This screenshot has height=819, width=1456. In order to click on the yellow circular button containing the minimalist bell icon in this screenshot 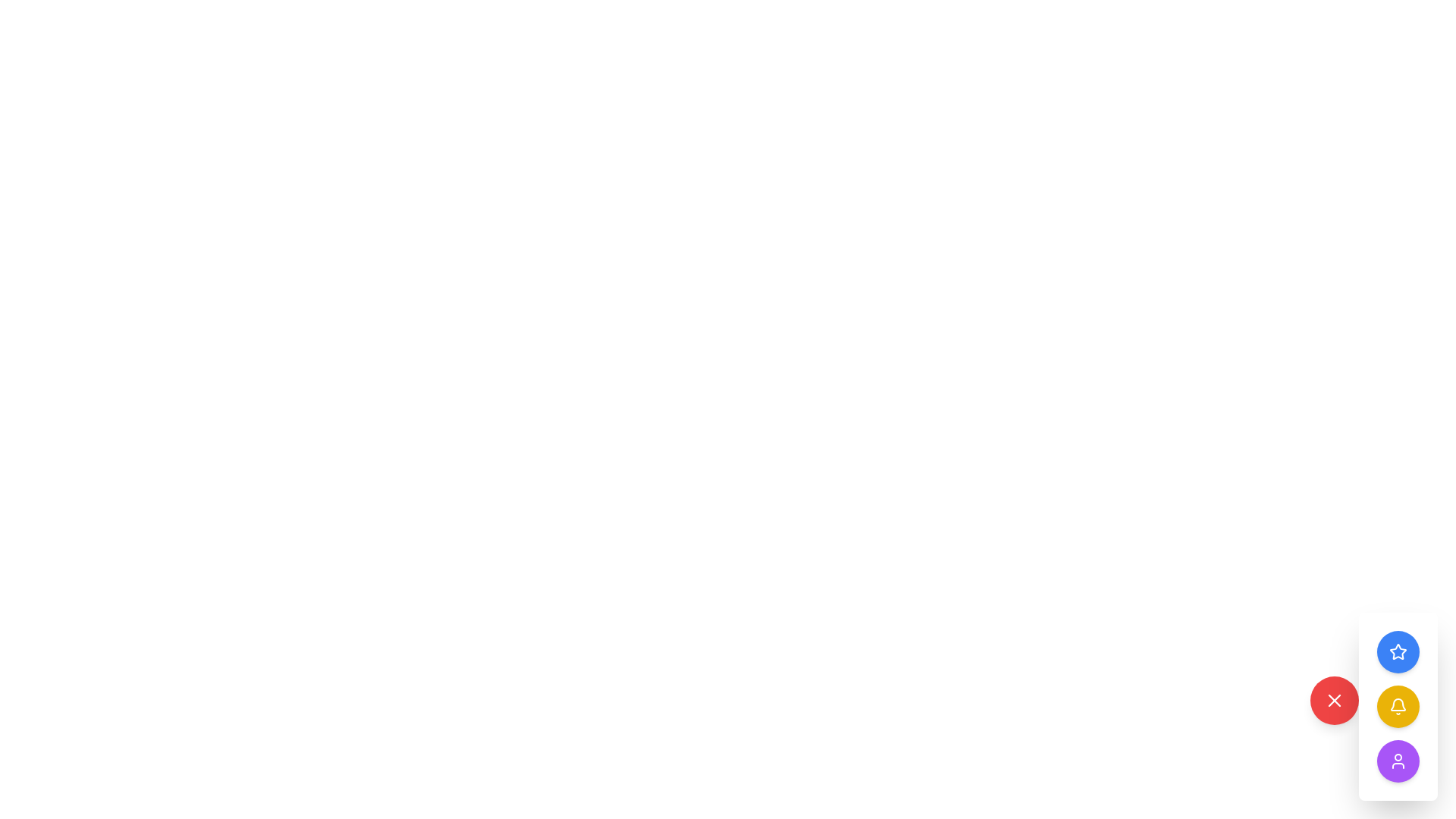, I will do `click(1397, 707)`.